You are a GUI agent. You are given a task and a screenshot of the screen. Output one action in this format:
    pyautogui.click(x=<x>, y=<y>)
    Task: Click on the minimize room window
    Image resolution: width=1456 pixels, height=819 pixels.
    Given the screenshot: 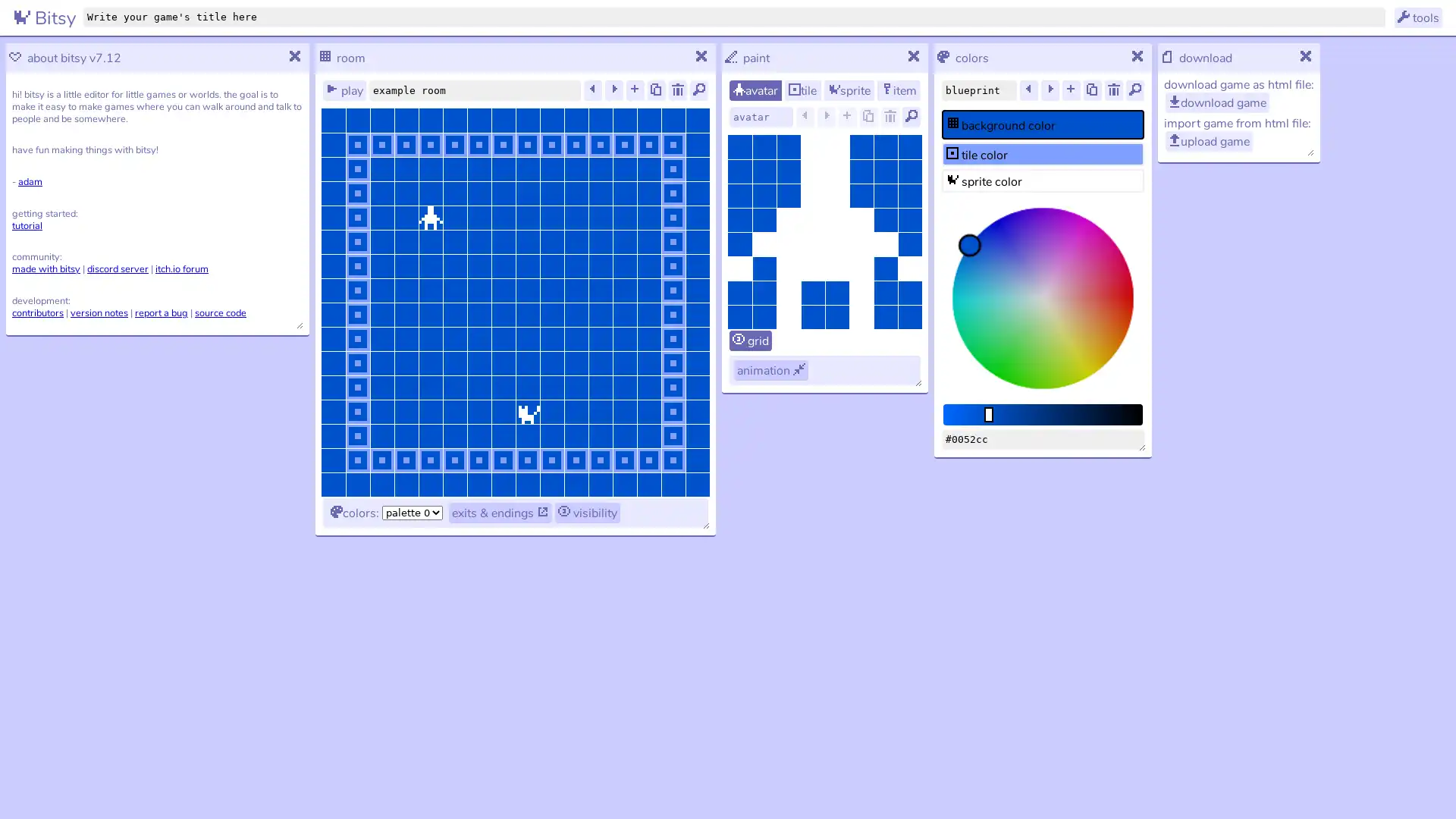 What is the action you would take?
    pyautogui.click(x=701, y=57)
    